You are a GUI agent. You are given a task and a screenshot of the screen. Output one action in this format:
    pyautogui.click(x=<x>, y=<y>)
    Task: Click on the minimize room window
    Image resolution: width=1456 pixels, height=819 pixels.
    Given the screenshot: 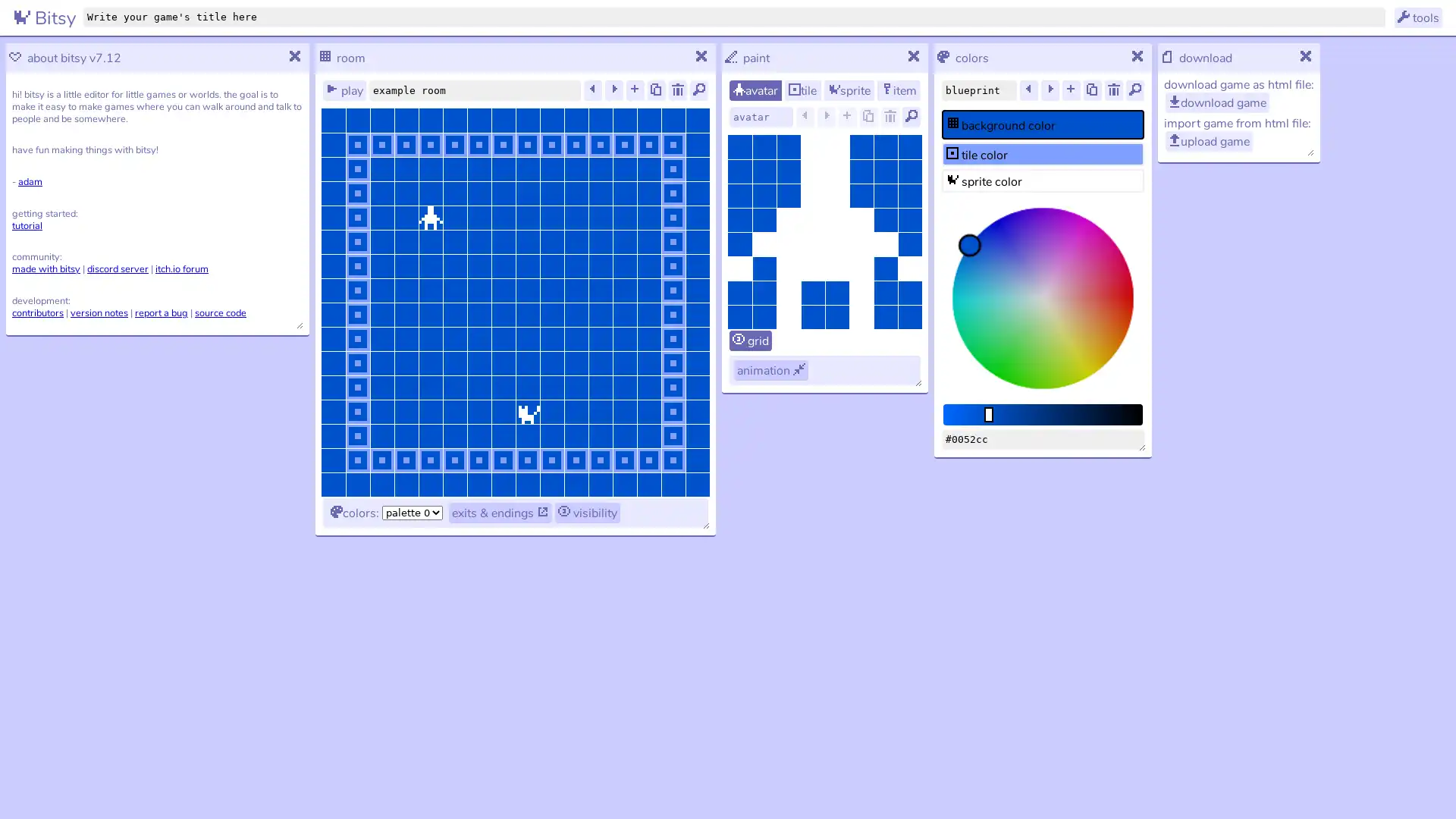 What is the action you would take?
    pyautogui.click(x=701, y=57)
    